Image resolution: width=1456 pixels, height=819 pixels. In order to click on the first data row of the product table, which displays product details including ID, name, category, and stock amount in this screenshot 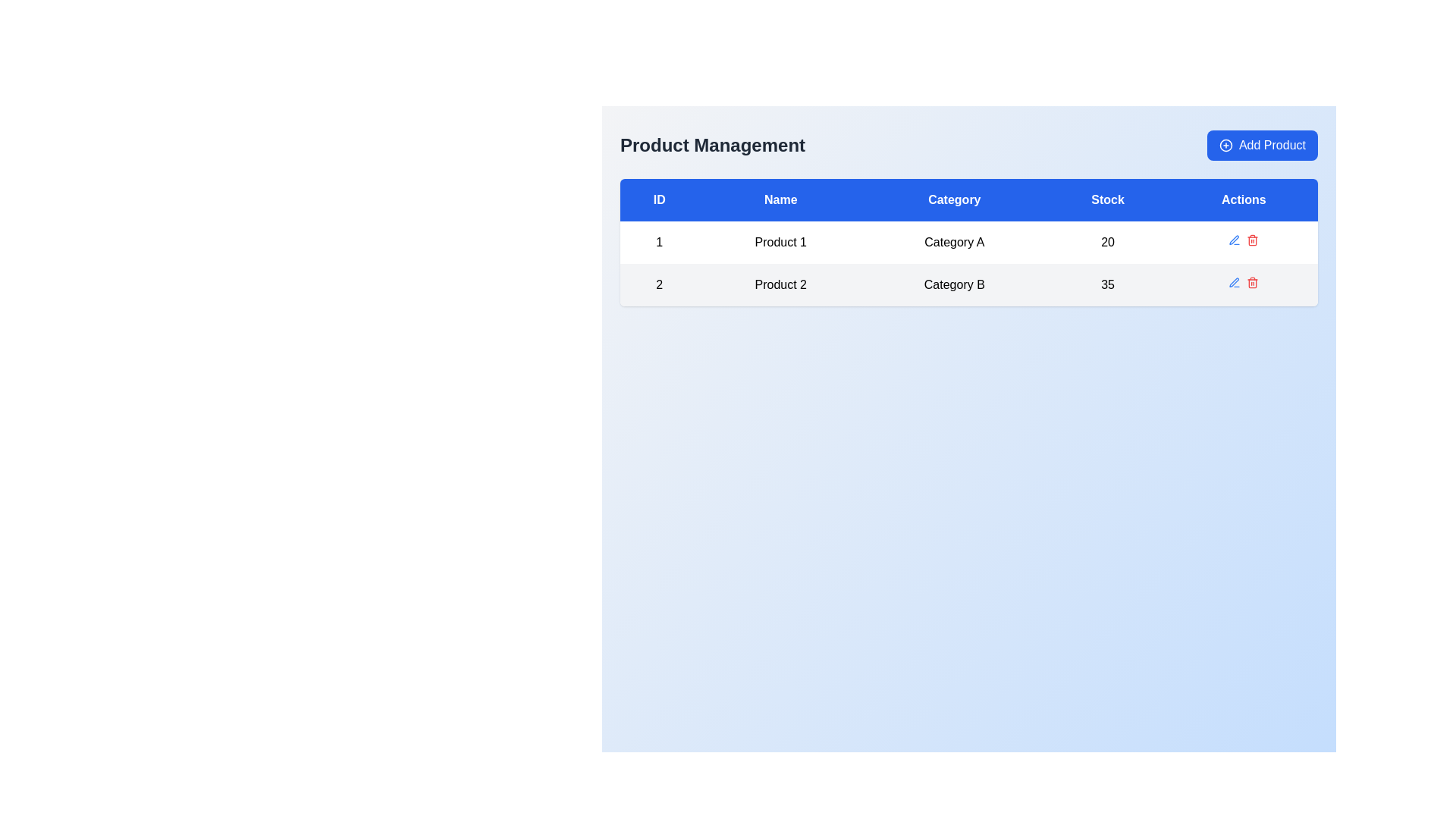, I will do `click(968, 242)`.